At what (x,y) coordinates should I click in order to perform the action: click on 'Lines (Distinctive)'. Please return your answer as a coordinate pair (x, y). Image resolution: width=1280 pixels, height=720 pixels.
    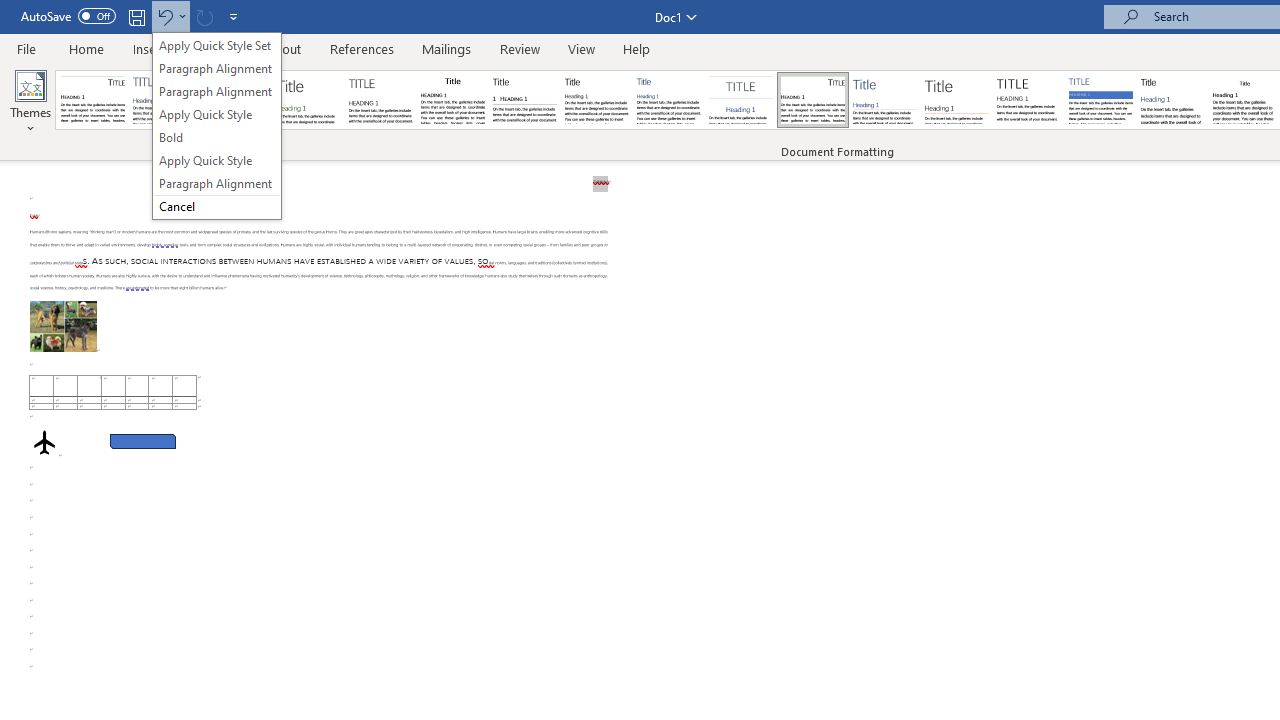
    Looking at the image, I should click on (812, 100).